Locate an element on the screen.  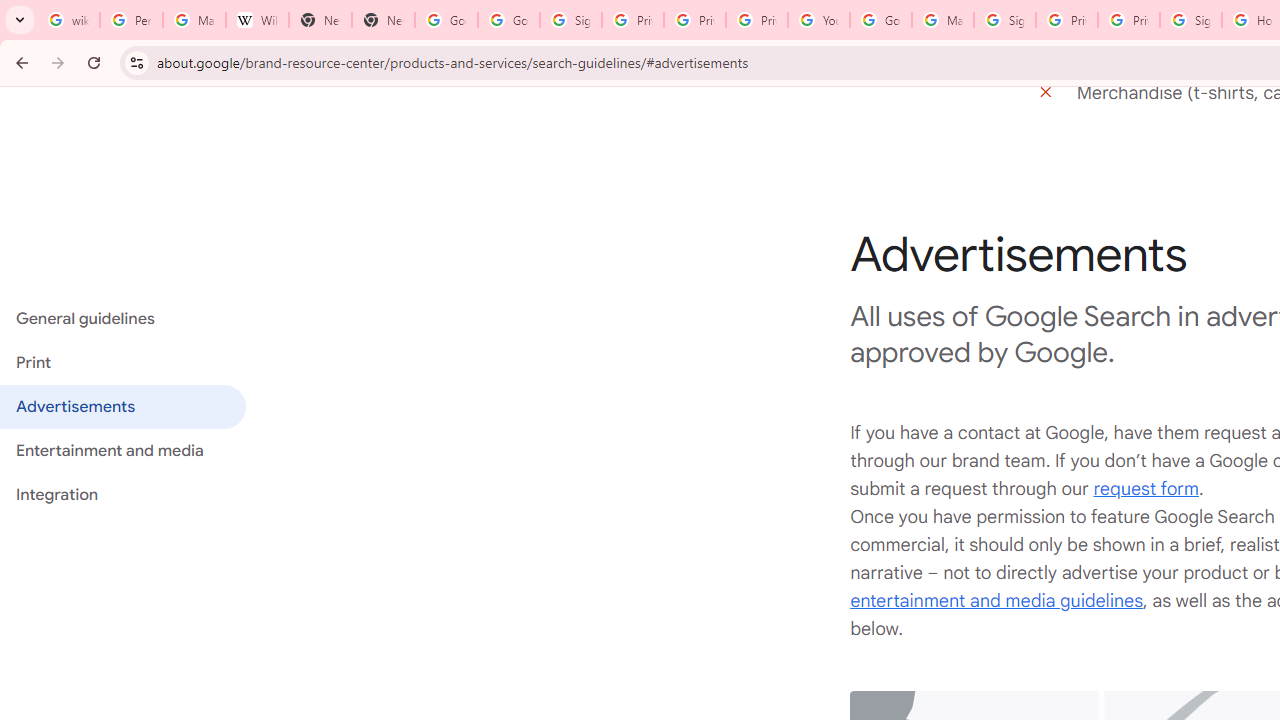
'Advertisements' is located at coordinates (121, 406).